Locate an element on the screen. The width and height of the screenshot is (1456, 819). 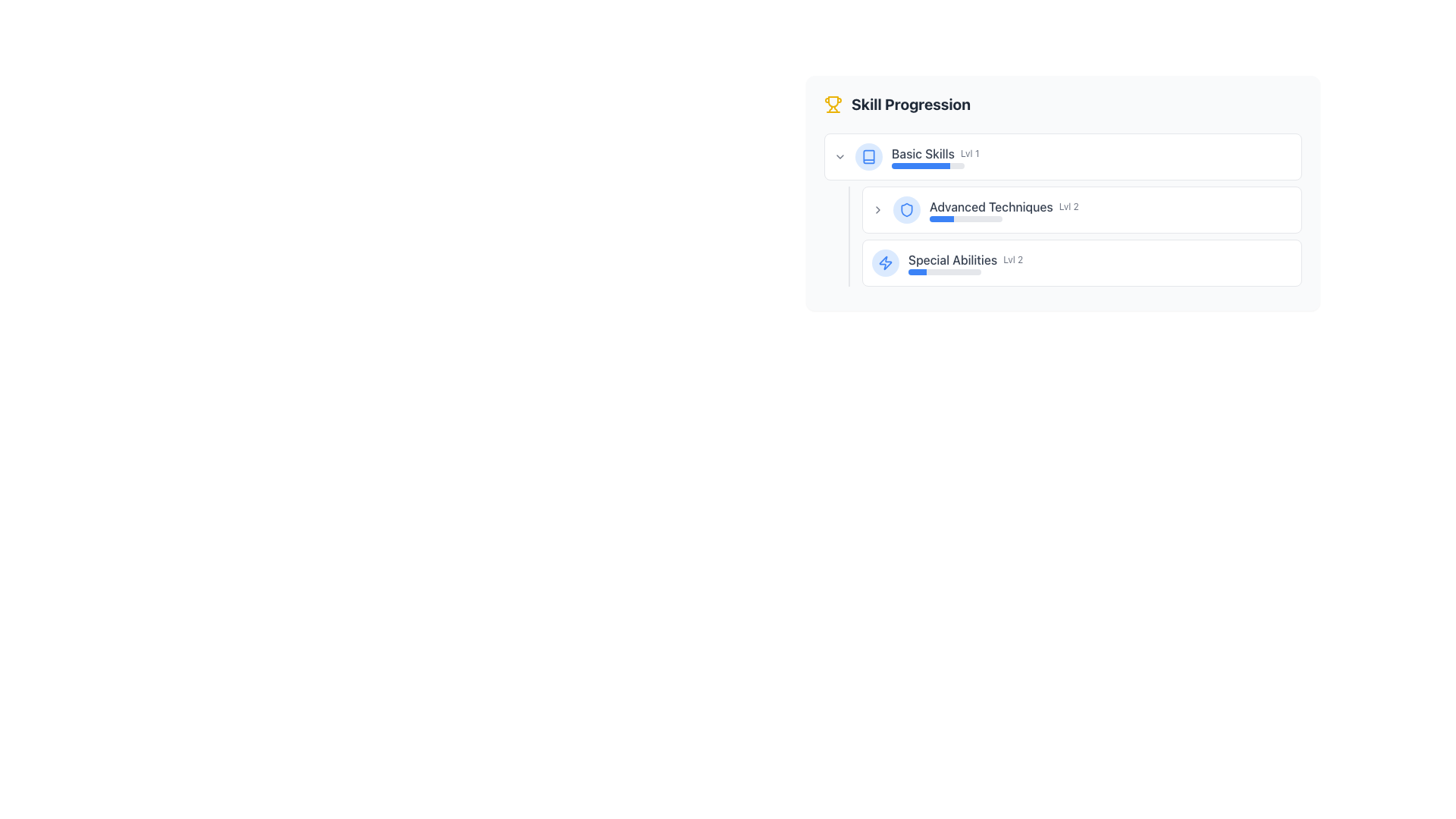
the interactive icon located in the bottom-right section of the skills display area, under the 'Special Abilities' heading is located at coordinates (885, 262).